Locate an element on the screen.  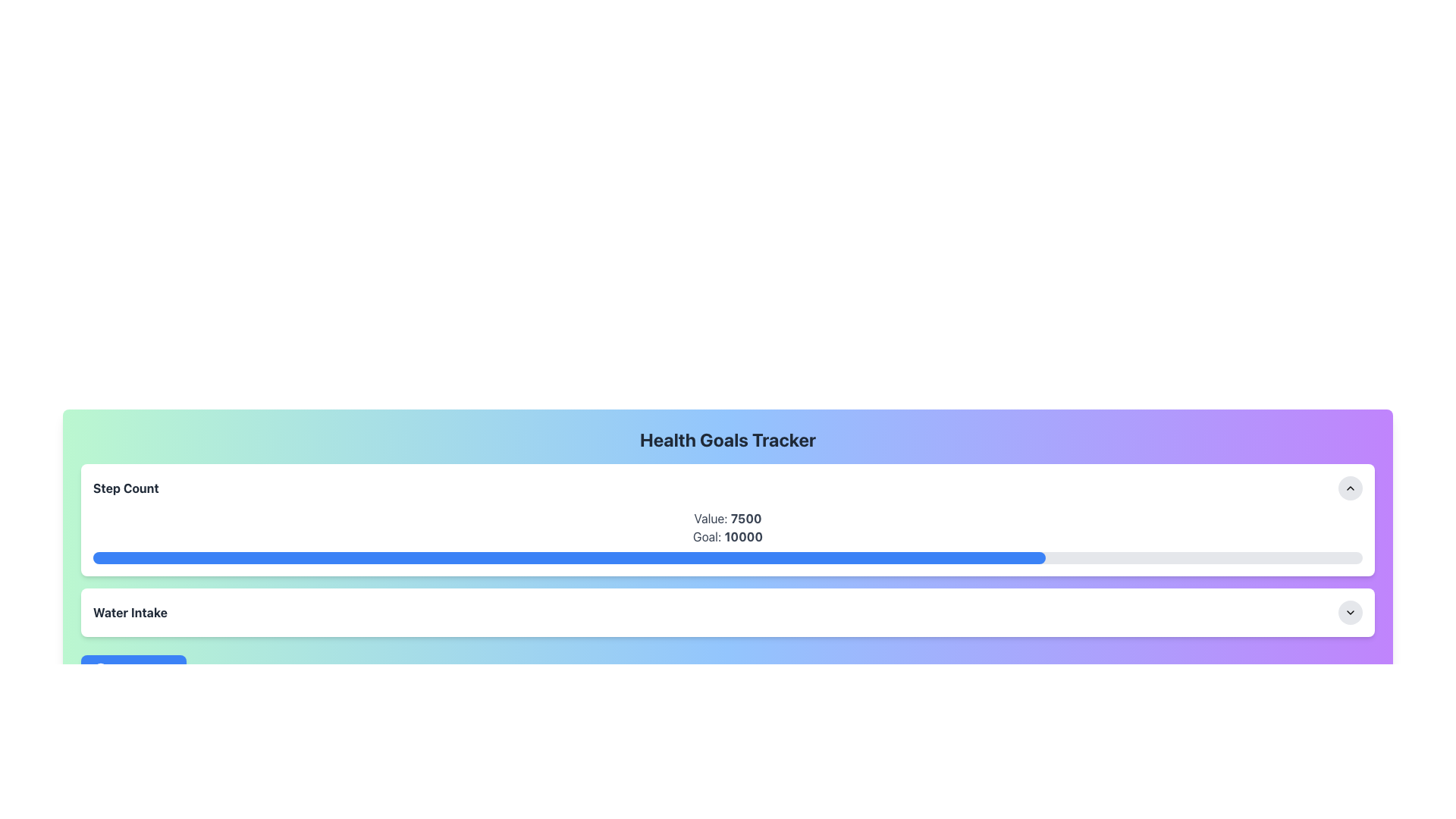
the Static Text Label displaying 'Value: 7500', which is positioned below the header 'Health Goals Tracker' and above the 'Goal: 10000' label is located at coordinates (728, 517).